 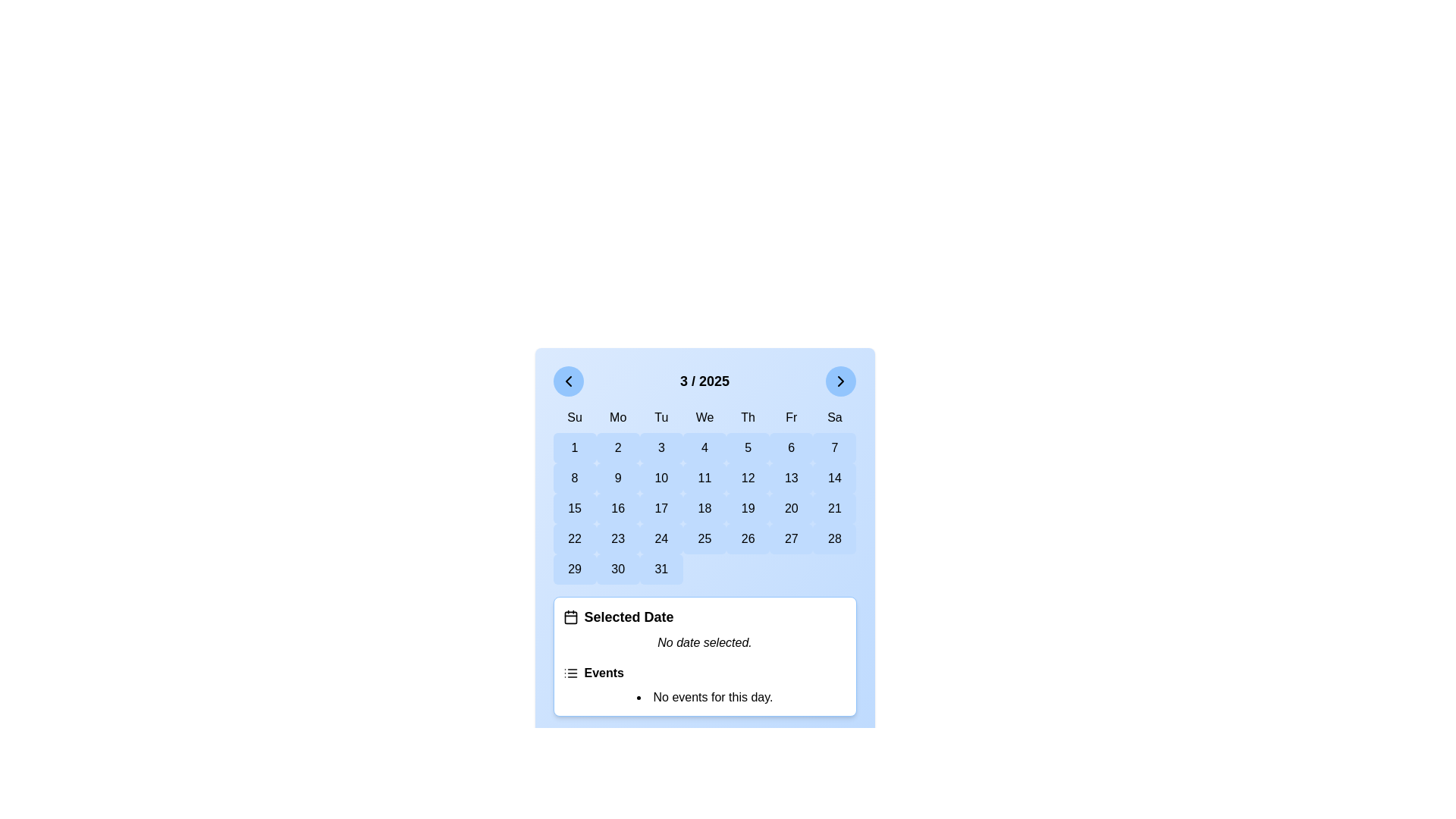 I want to click on the rounded rectangular button with a blue background containing the number '12', located in the fifth column of the second row under 'Thursday', to change its appearance, so click(x=748, y=479).